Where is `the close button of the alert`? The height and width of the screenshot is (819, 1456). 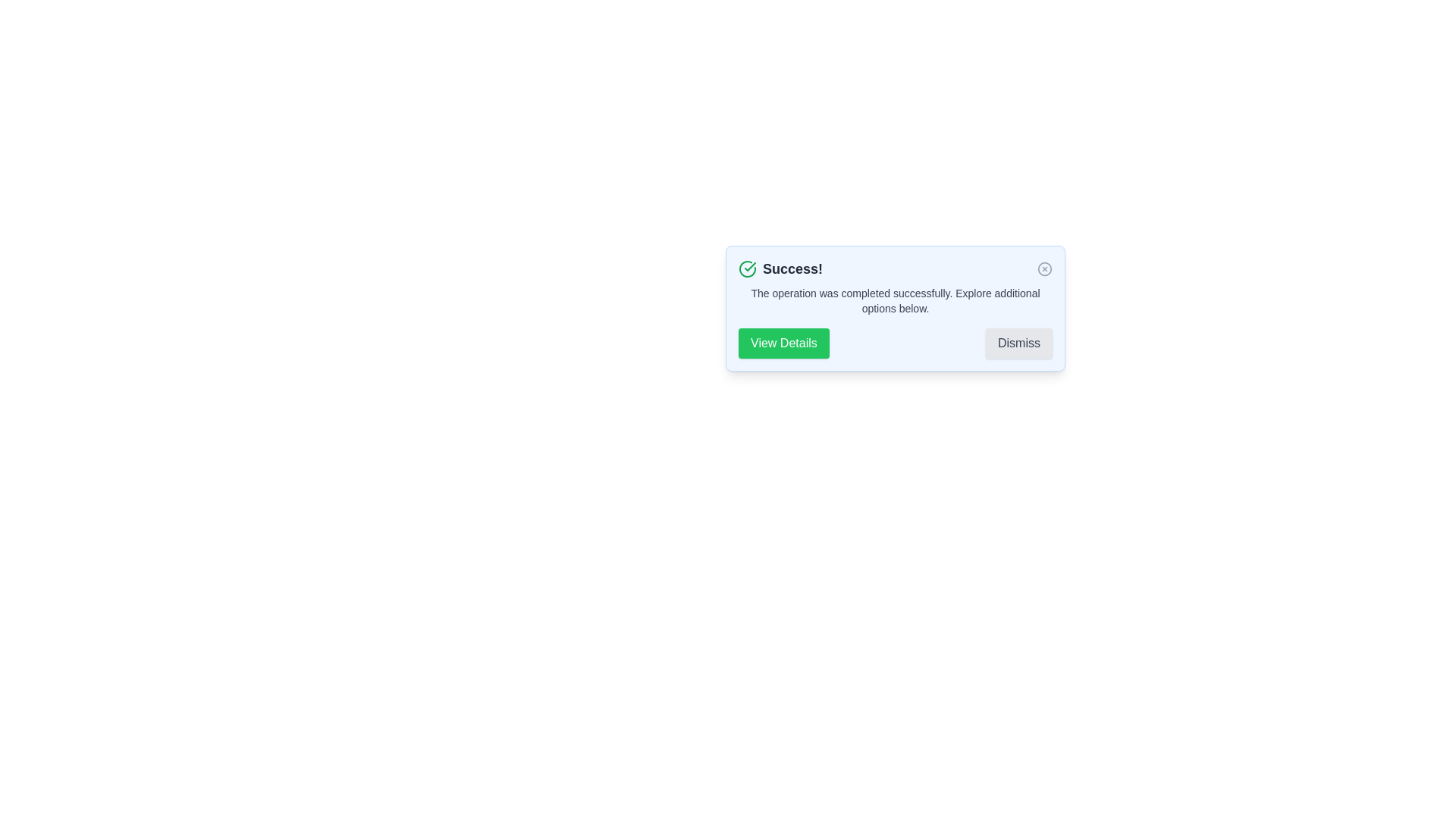 the close button of the alert is located at coordinates (1043, 268).